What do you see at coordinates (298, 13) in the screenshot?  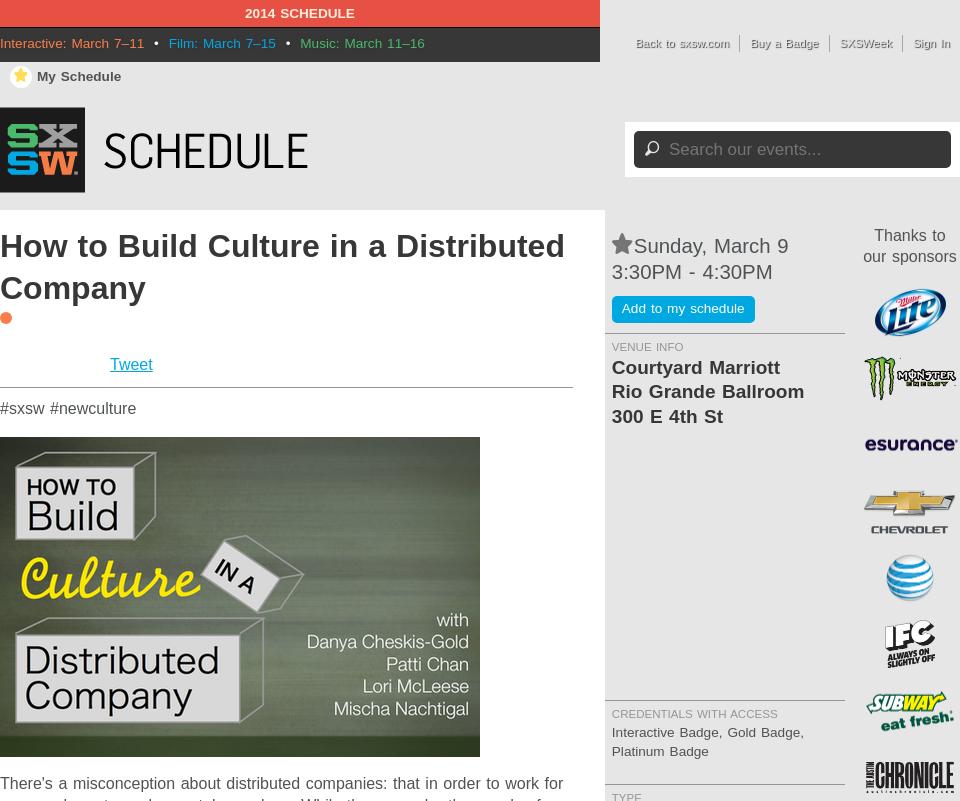 I see `'2014 Schedule'` at bounding box center [298, 13].